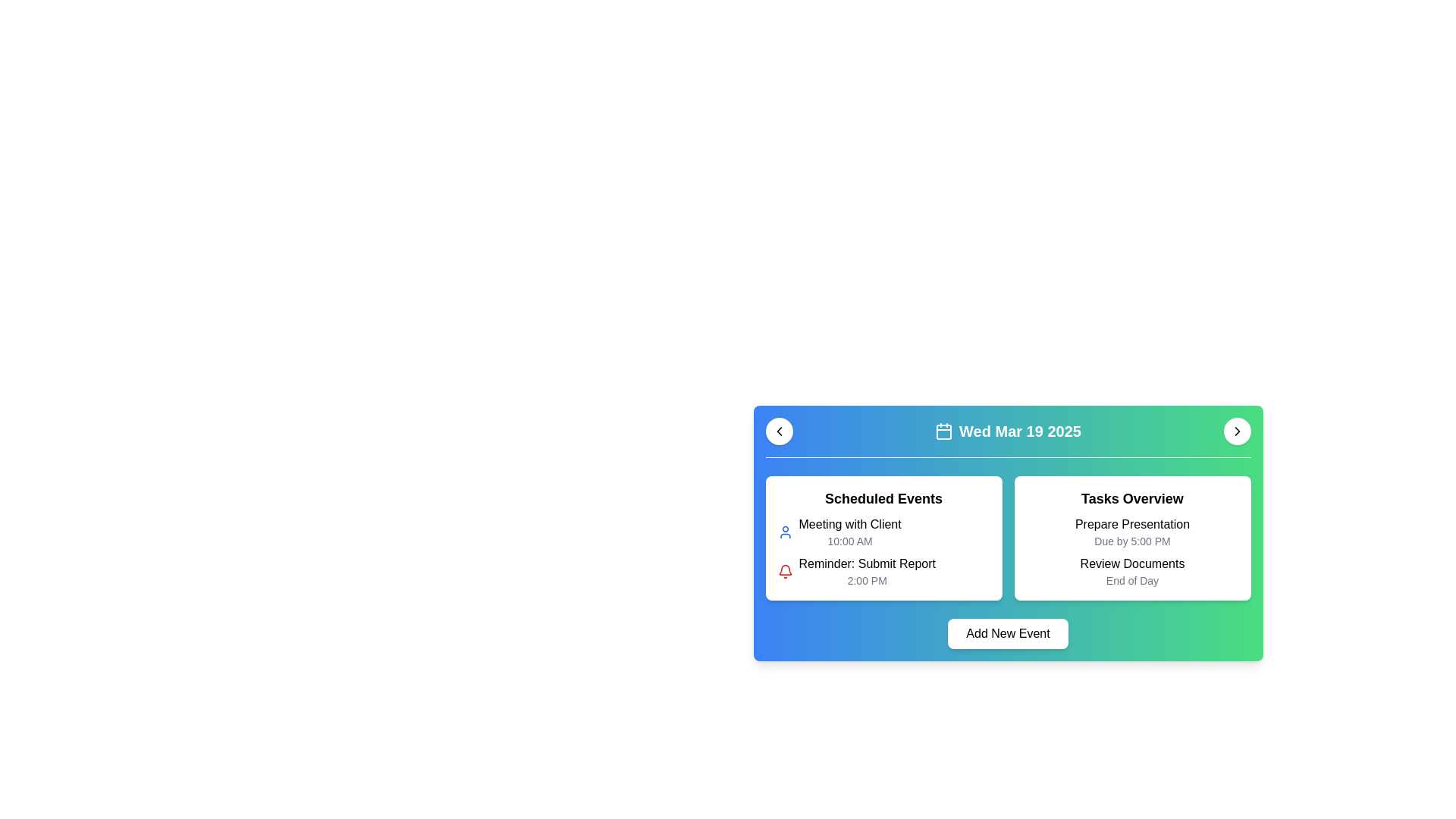 This screenshot has height=819, width=1456. I want to click on the right-pointing chevron icon inside the rounded button located at the top-right corner of the card, so click(1237, 431).